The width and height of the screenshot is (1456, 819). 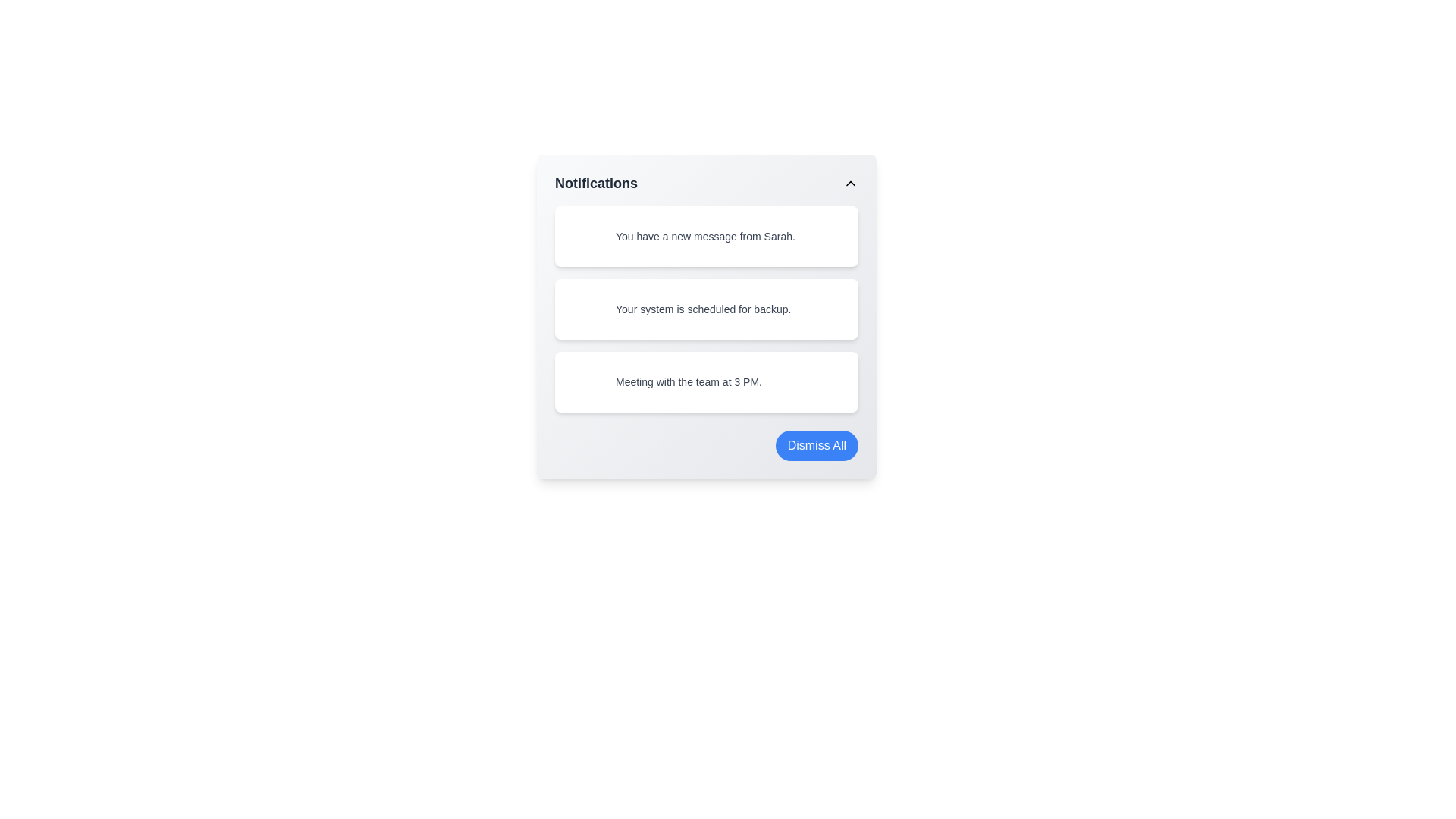 What do you see at coordinates (702, 309) in the screenshot?
I see `the text label that displays the notification message about the system's backup schedule, located in the middle notification card of a vertically stacked list` at bounding box center [702, 309].